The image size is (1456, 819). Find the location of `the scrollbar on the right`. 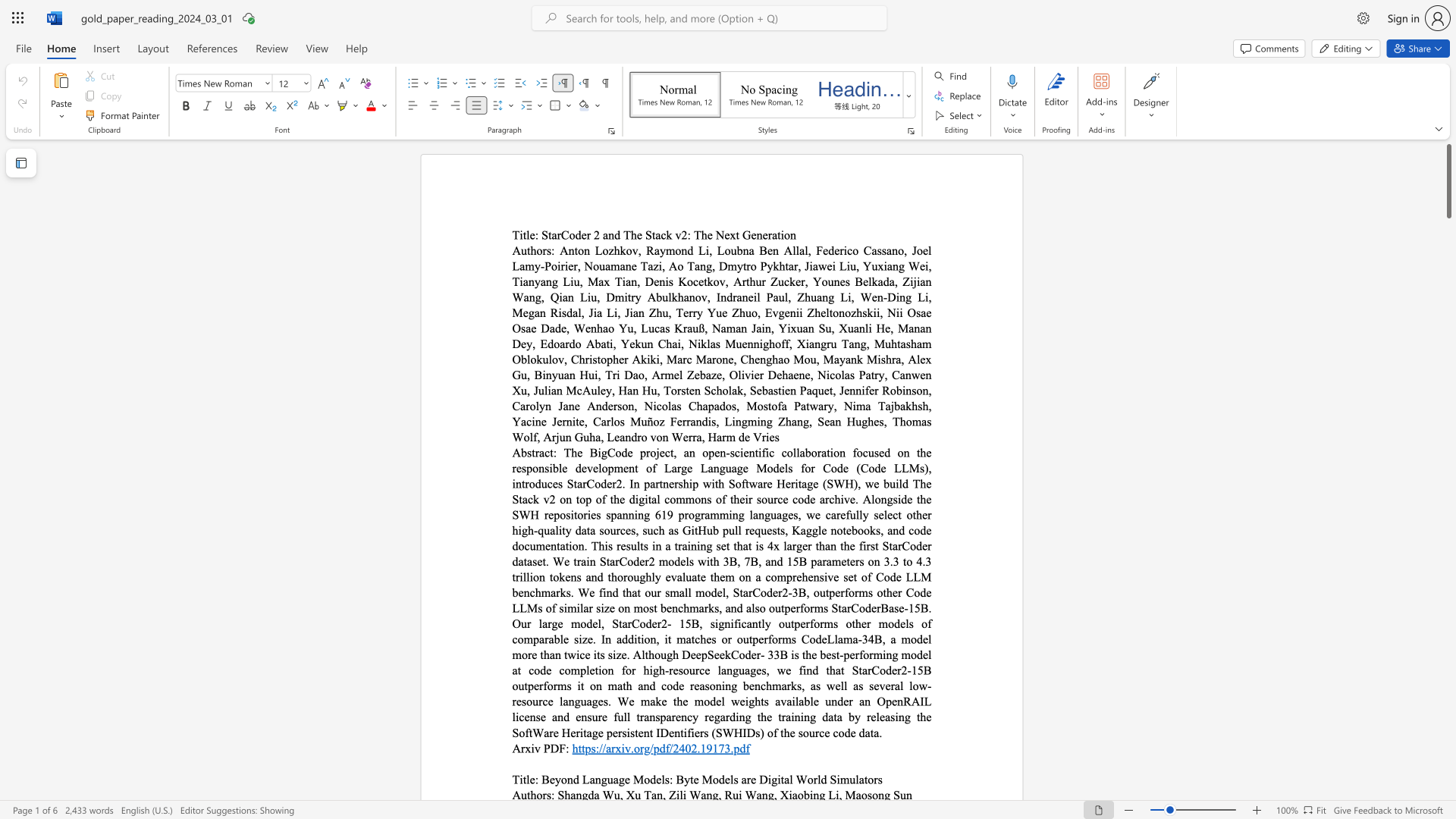

the scrollbar on the right is located at coordinates (1448, 249).